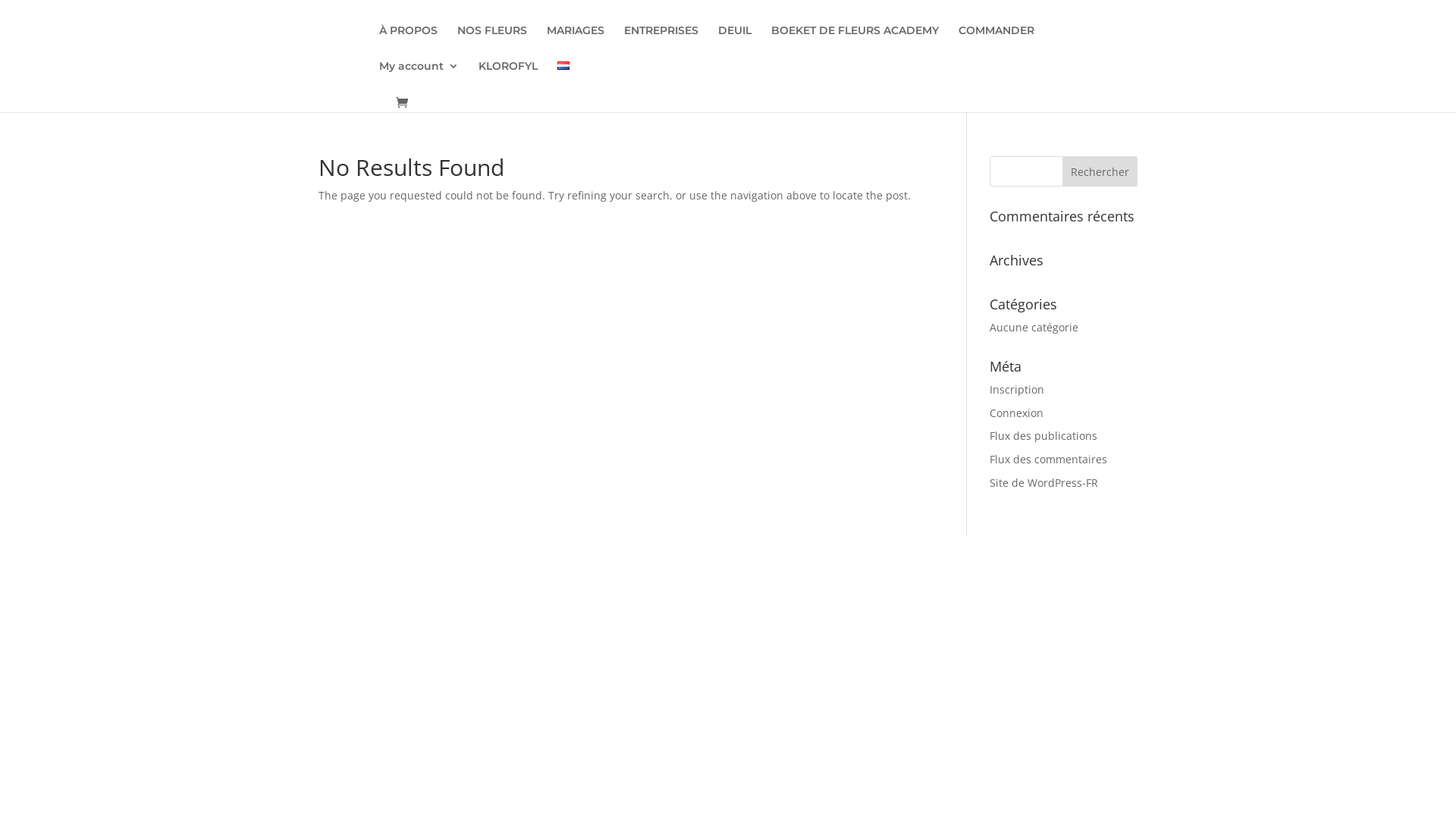  Describe the element at coordinates (1016, 388) in the screenshot. I see `'Inscription'` at that location.